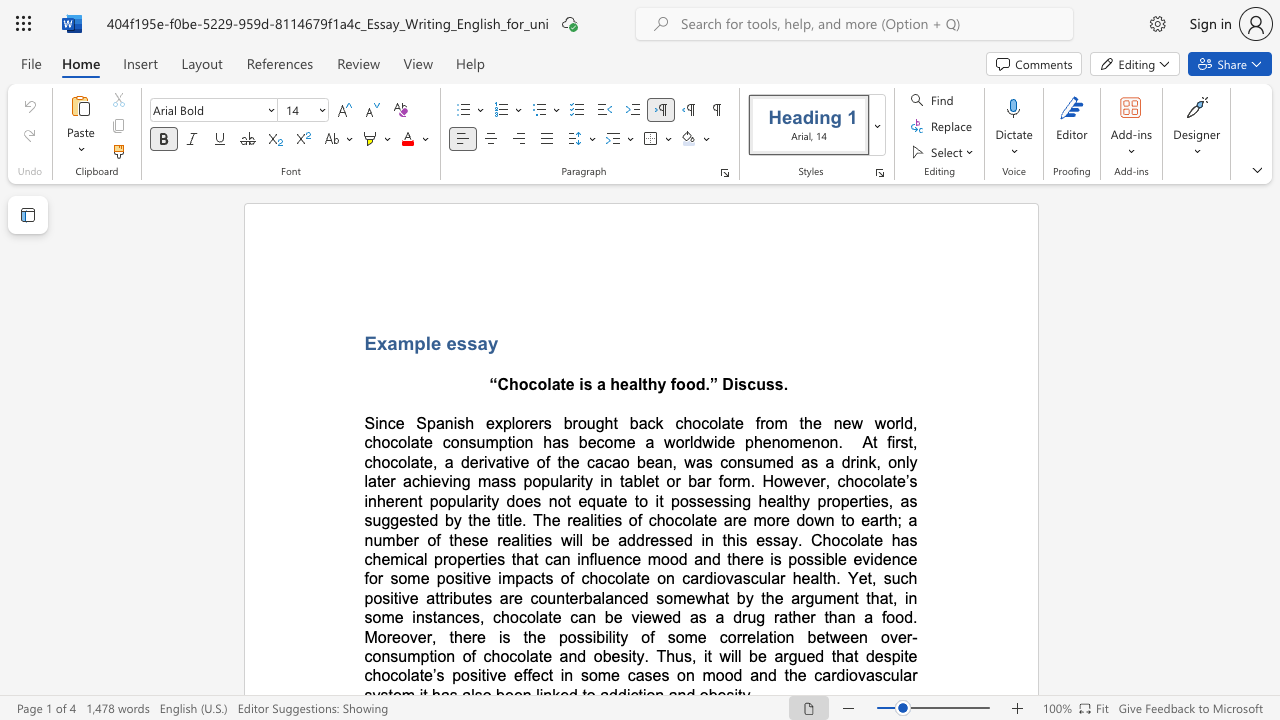 Image resolution: width=1280 pixels, height=720 pixels. What do you see at coordinates (660, 559) in the screenshot?
I see `the subset text "ood and there i" within the text "emical properties that can influence mood and there is"` at bounding box center [660, 559].